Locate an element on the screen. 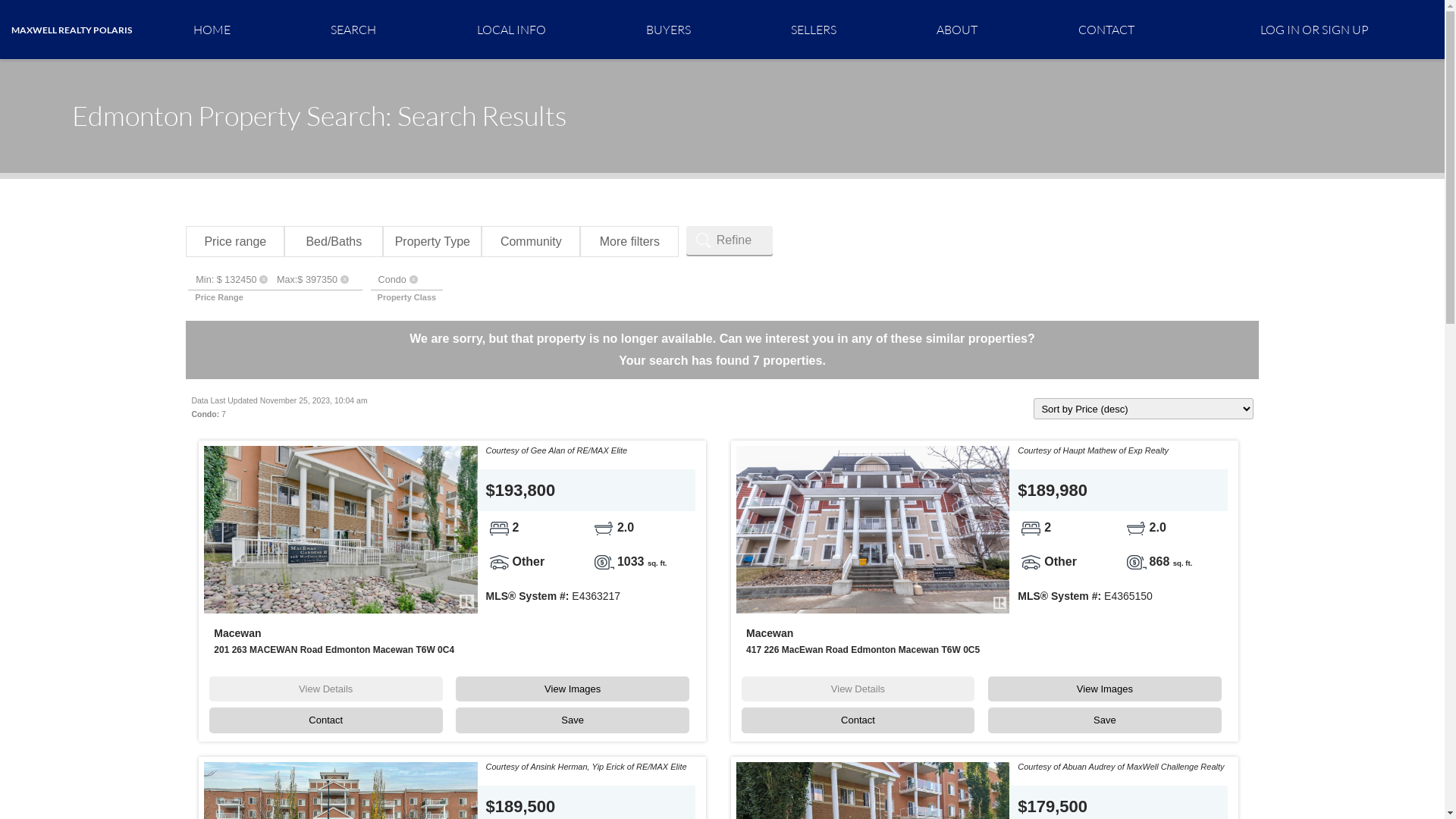  'SELLERS' is located at coordinates (813, 29).